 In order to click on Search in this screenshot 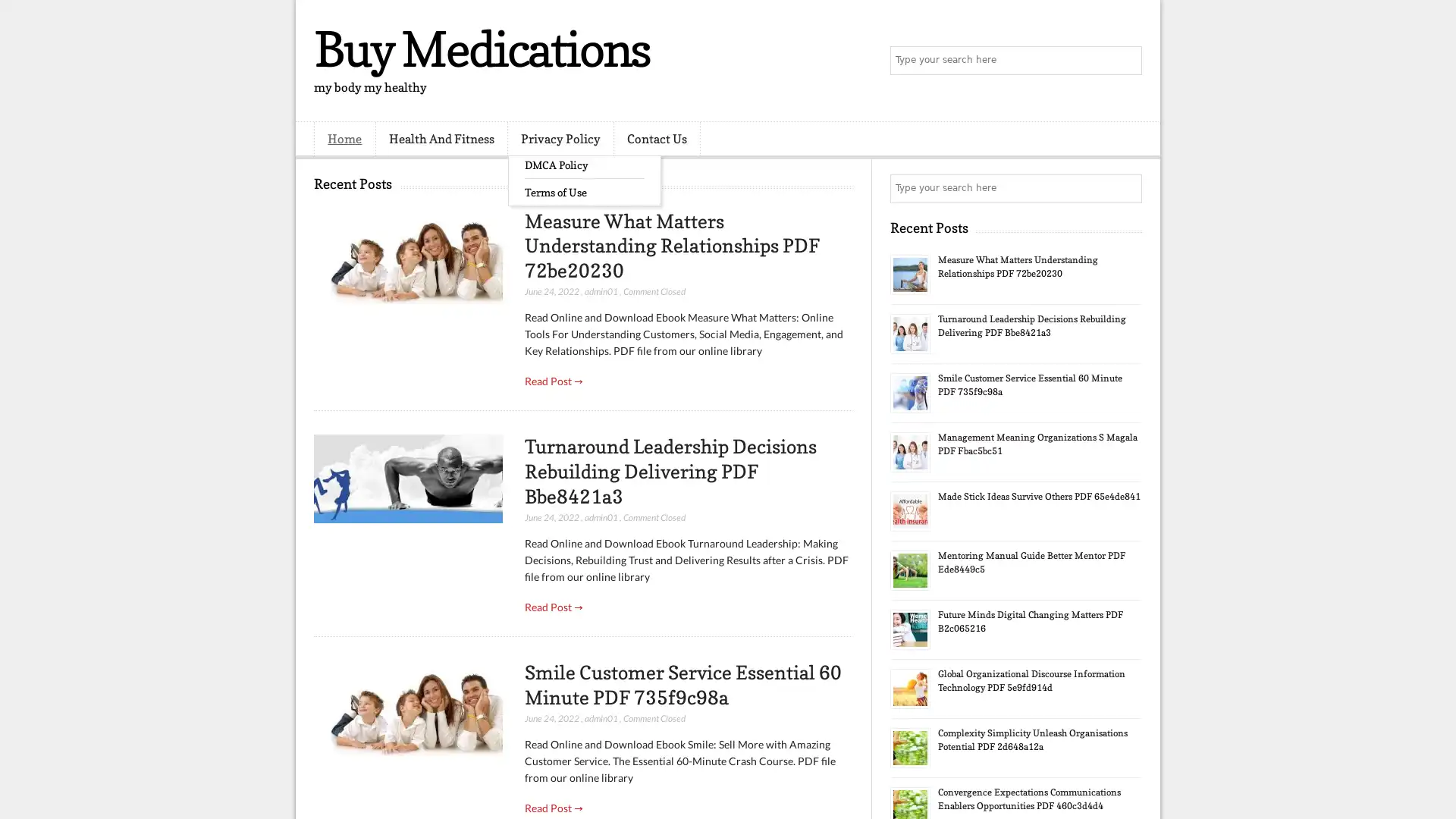, I will do `click(1126, 188)`.